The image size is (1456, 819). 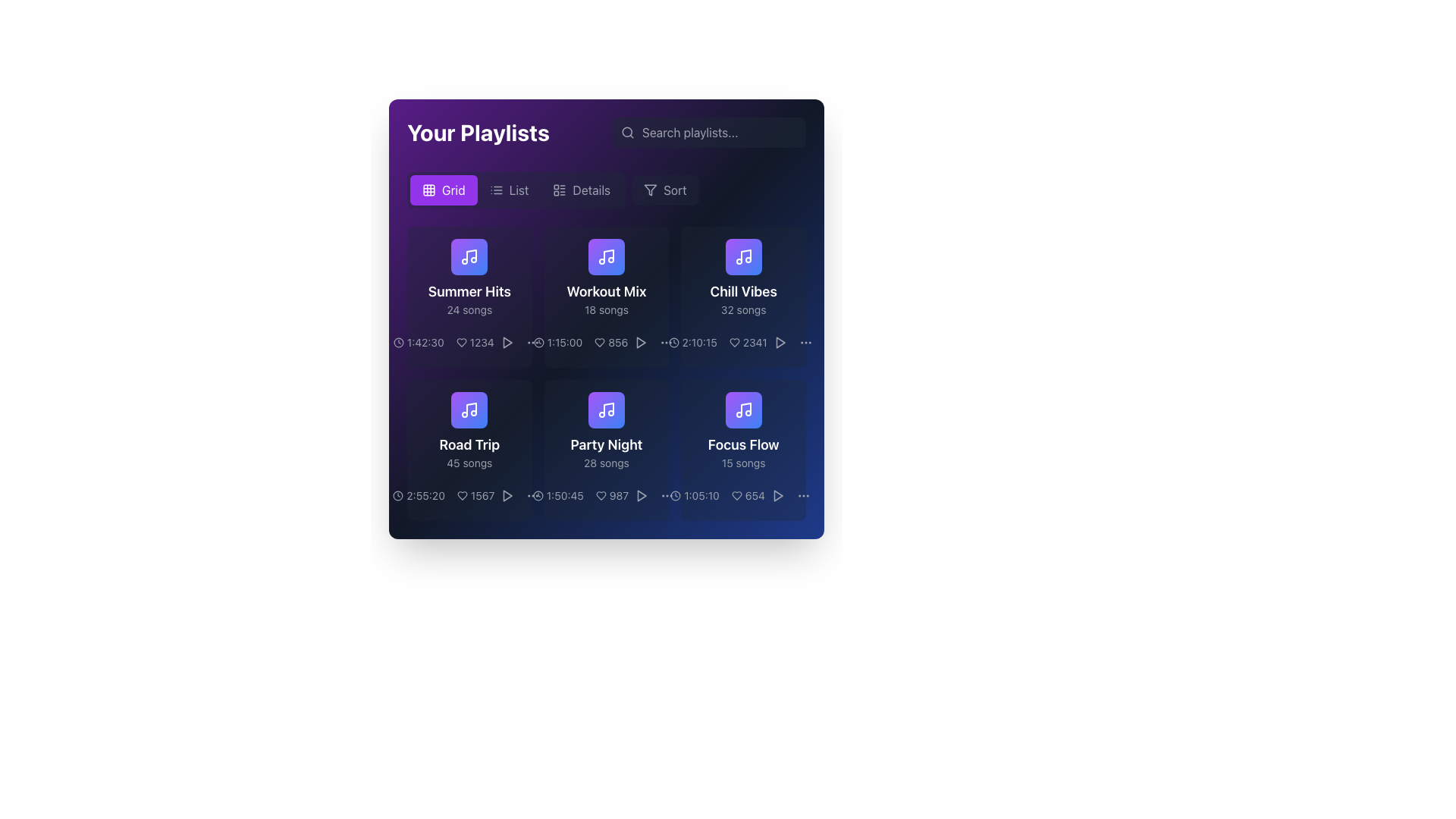 What do you see at coordinates (419, 496) in the screenshot?
I see `the text label displaying the time '2:55:20' in gray color, located at the bottom-left of the 'Road Trip' playlist entry, before the likes count ('1567')` at bounding box center [419, 496].